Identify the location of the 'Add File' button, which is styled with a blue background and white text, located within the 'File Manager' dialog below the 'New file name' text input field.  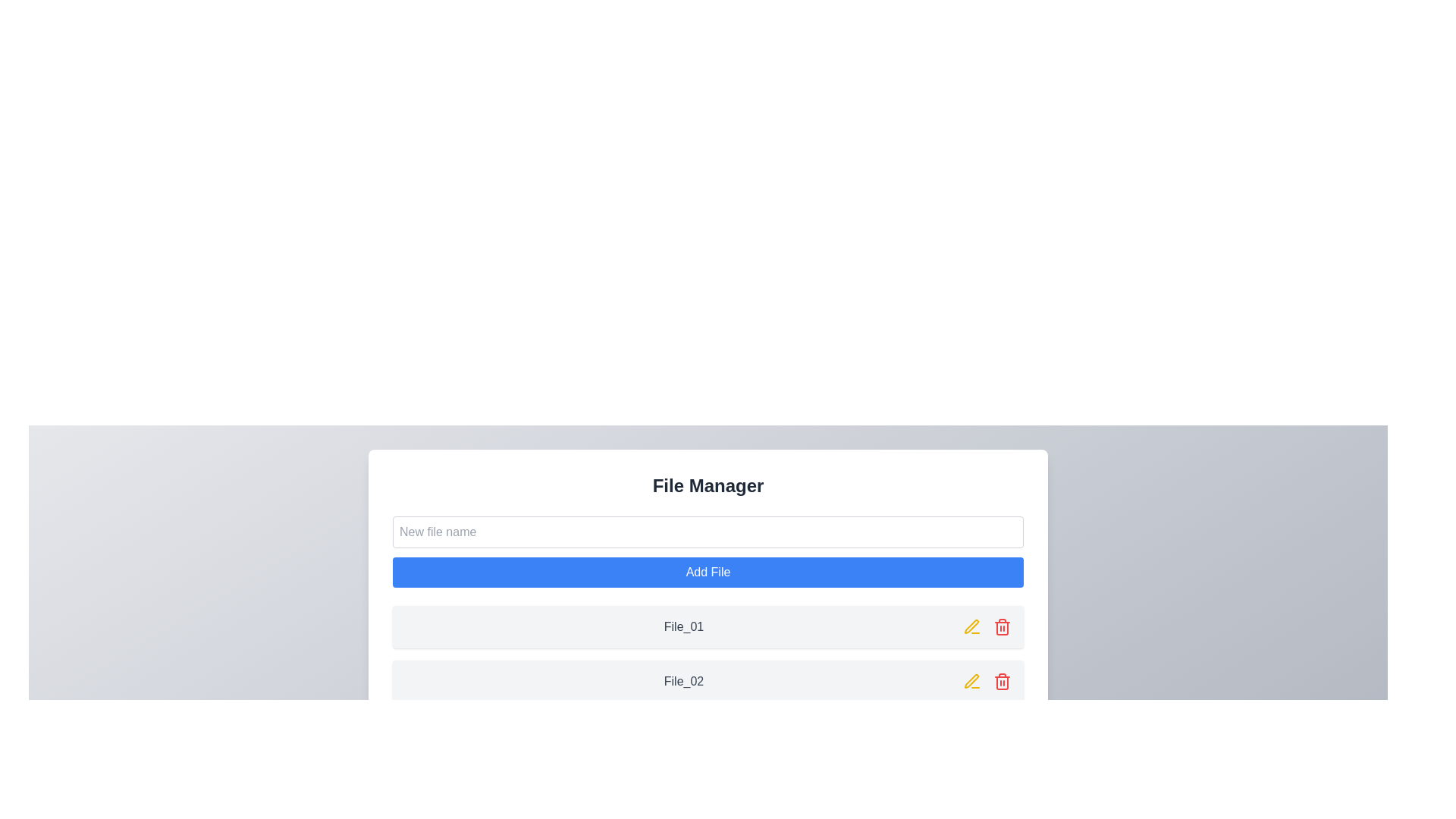
(708, 552).